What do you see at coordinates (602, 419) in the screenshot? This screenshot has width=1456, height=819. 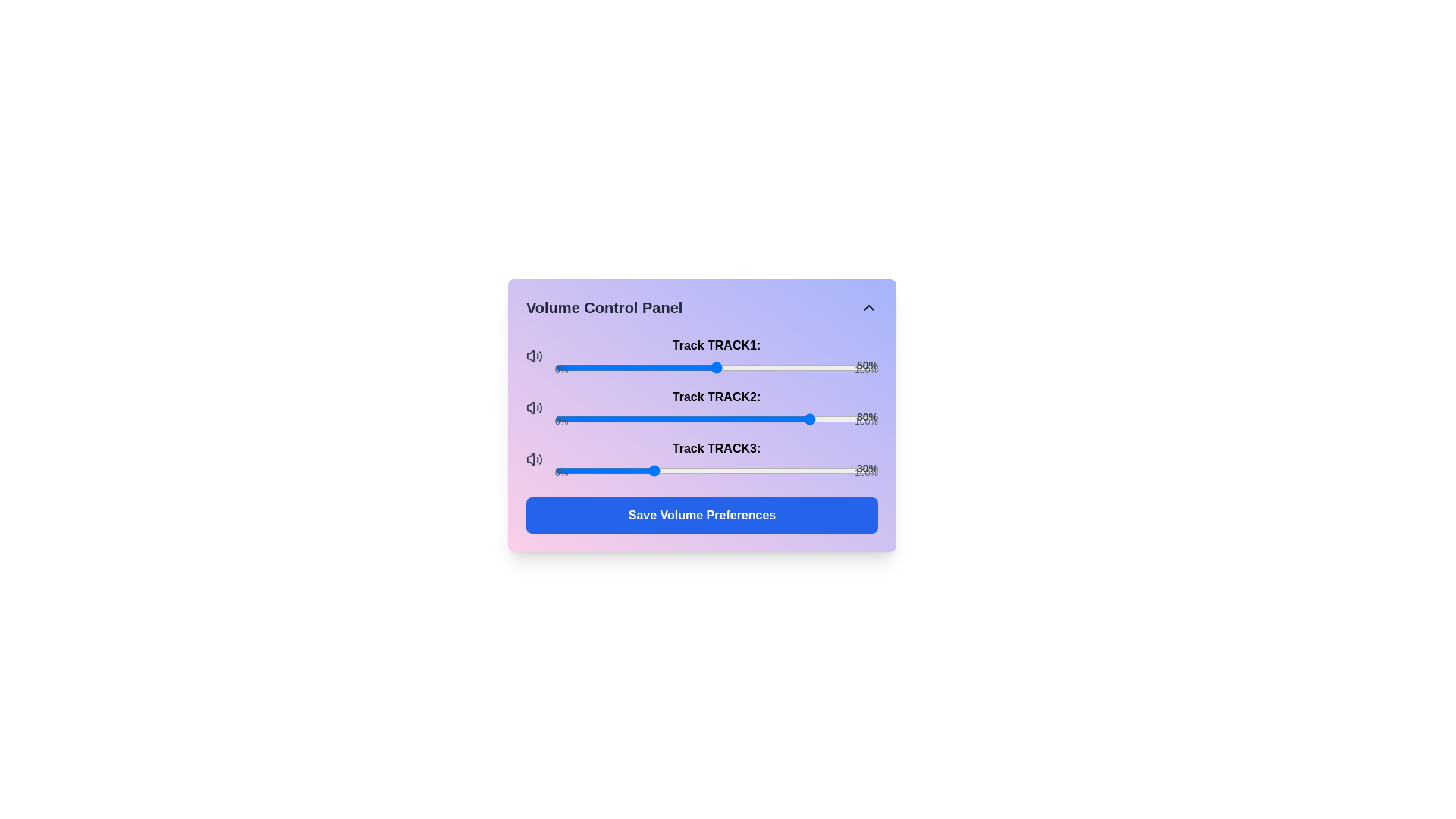 I see `the volume level` at bounding box center [602, 419].